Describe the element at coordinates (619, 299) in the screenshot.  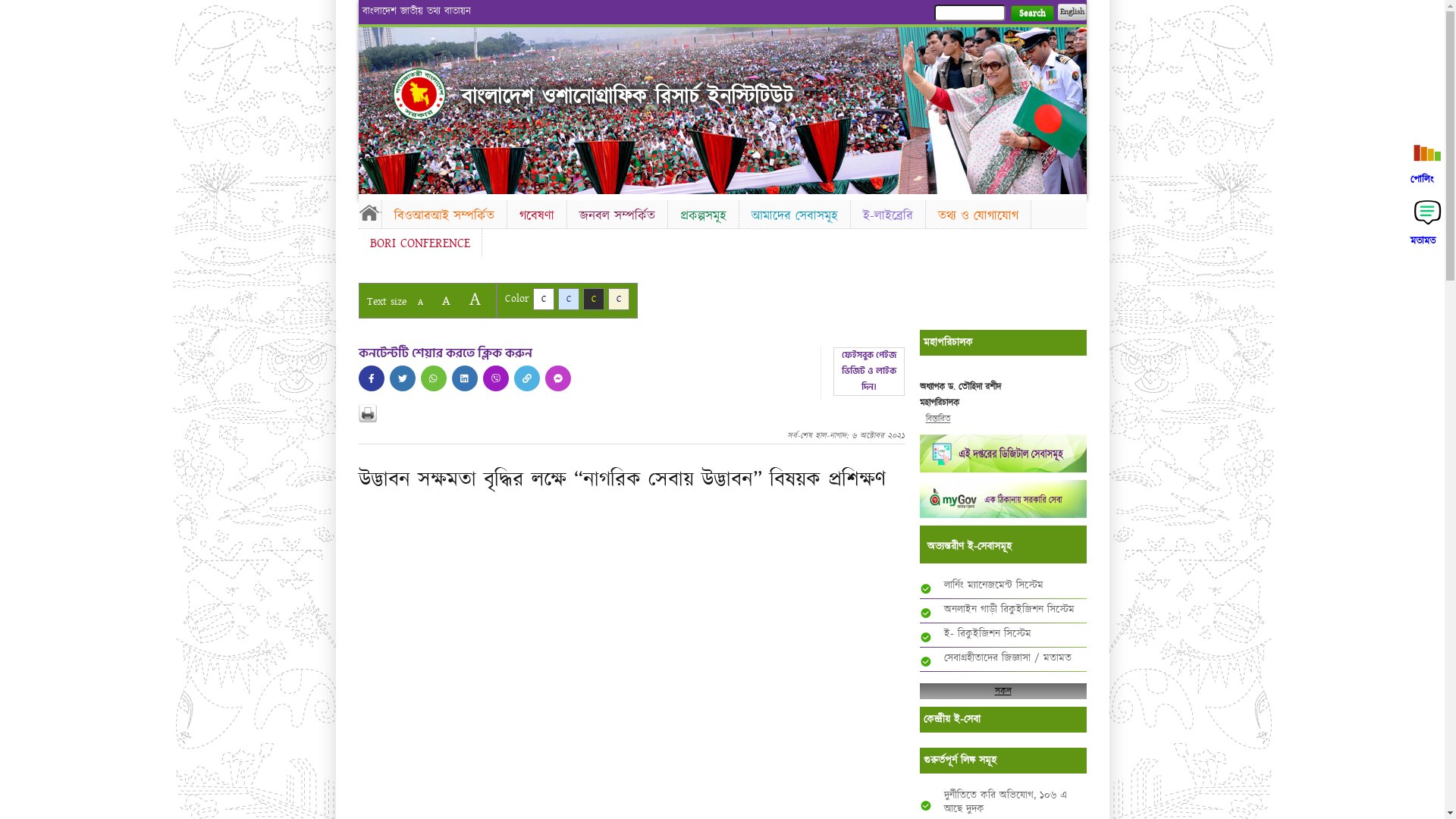
I see `'C'` at that location.